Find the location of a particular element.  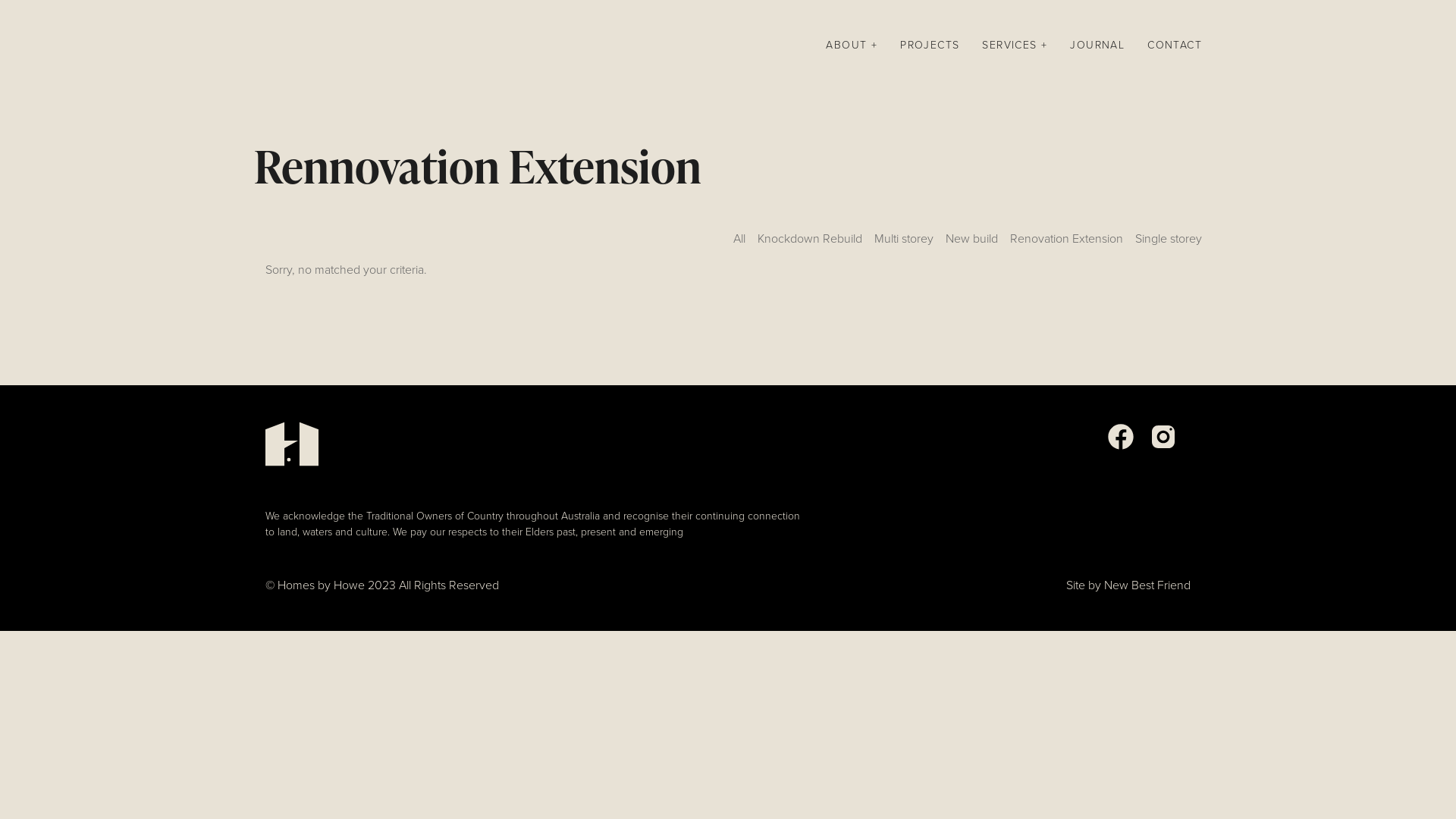

'SERVICES' is located at coordinates (1015, 45).